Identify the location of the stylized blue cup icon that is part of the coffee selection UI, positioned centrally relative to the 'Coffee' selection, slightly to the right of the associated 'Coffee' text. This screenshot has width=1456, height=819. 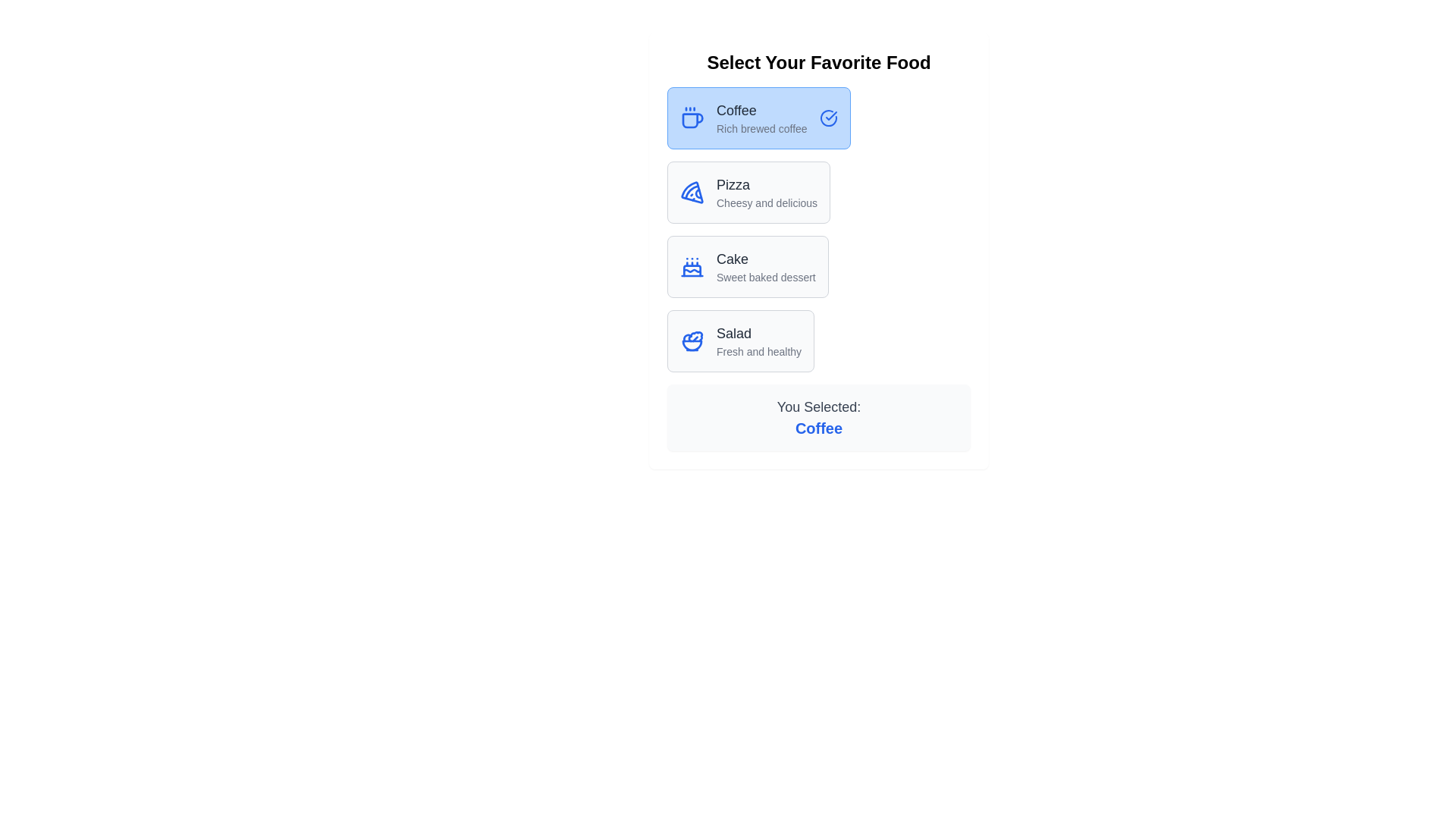
(692, 120).